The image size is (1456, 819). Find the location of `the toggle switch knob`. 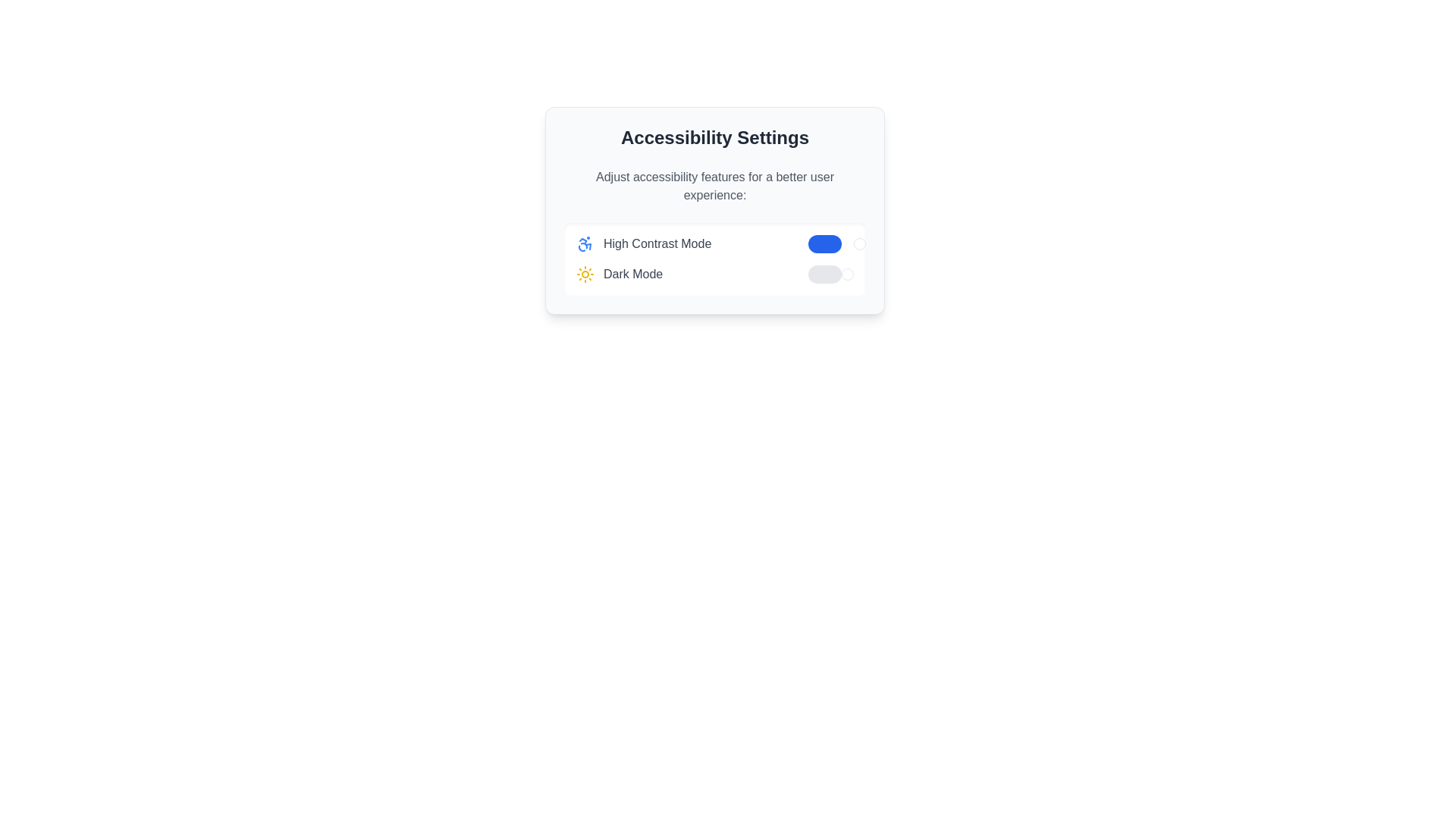

the toggle switch knob is located at coordinates (830, 275).